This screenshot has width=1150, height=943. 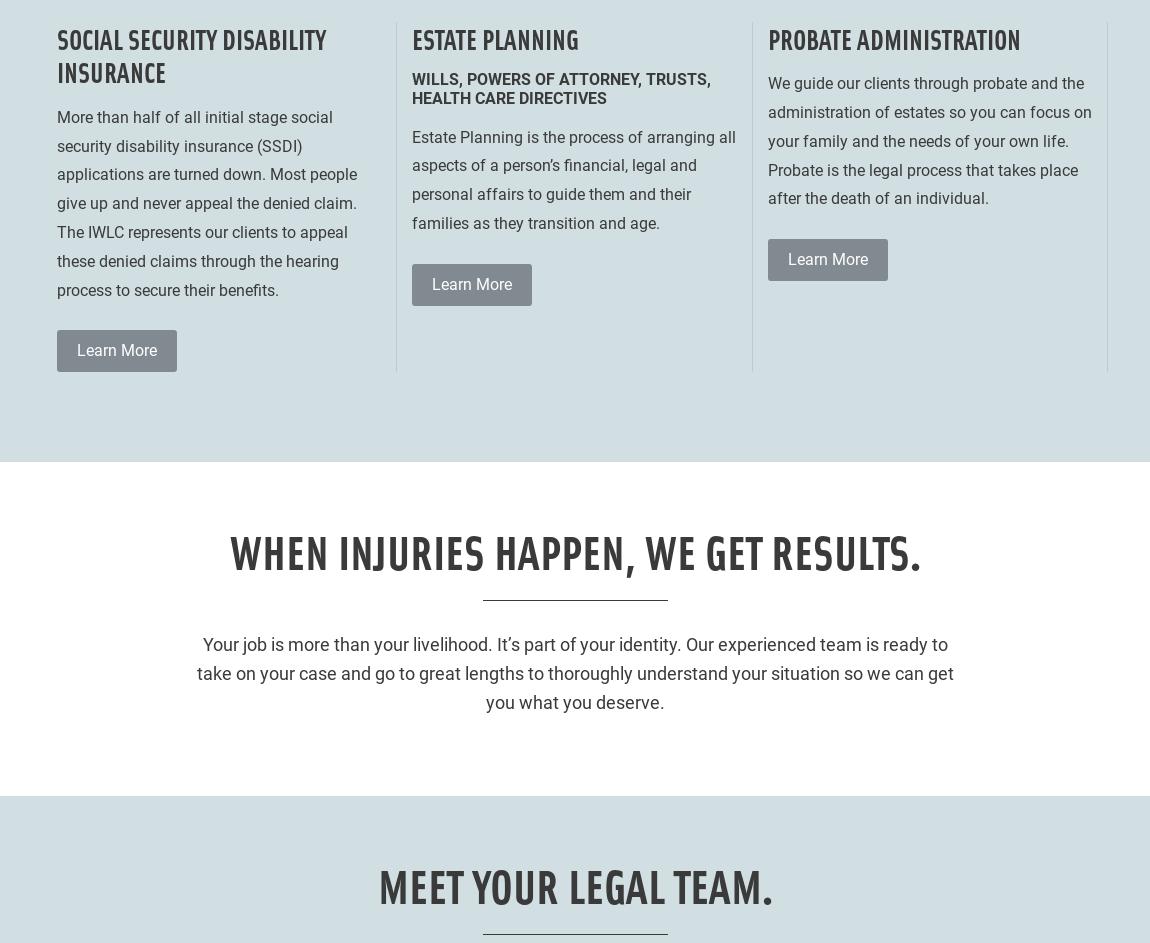 What do you see at coordinates (206, 202) in the screenshot?
I see `'More than half of all initial stage social security disability insurance (SSDI) applications are turned down. Most people give up and never appeal the denied claim. The IWLC represents our clients to appeal these denied claims through the hearing process to secure their benefits.'` at bounding box center [206, 202].